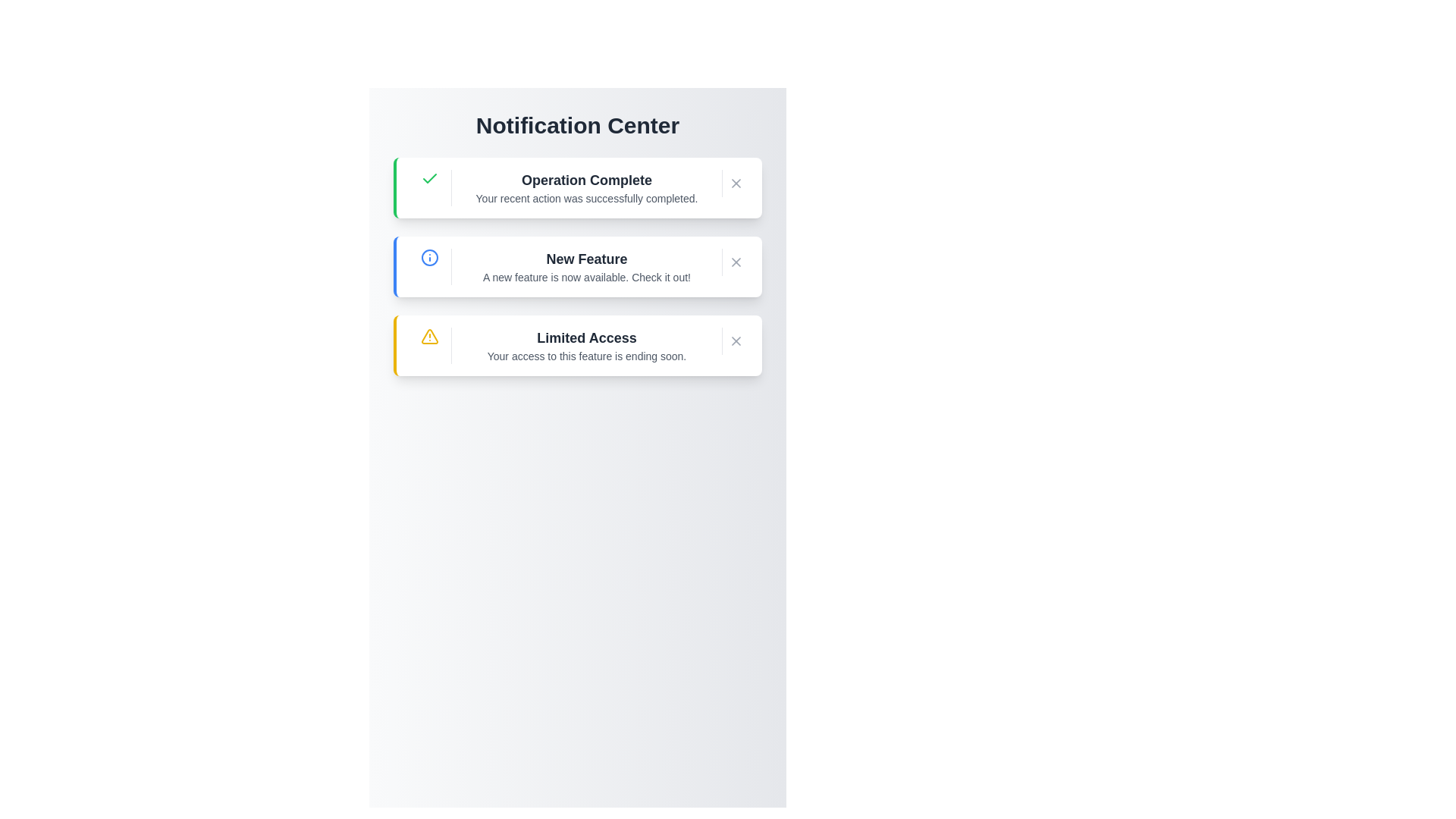 This screenshot has width=1456, height=819. What do you see at coordinates (736, 341) in the screenshot?
I see `the close icon button located at the upper-right corner of the 'Limited Access' notification card` at bounding box center [736, 341].